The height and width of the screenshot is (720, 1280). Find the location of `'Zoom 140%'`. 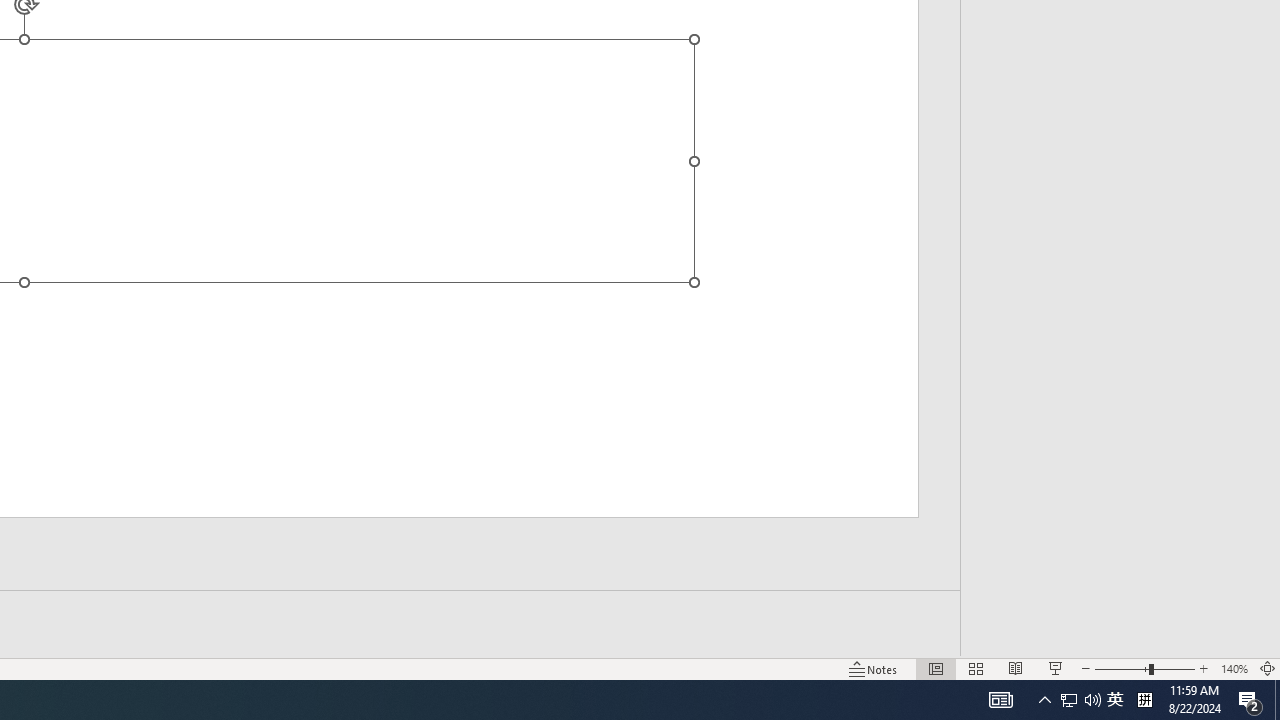

'Zoom 140%' is located at coordinates (1233, 669).